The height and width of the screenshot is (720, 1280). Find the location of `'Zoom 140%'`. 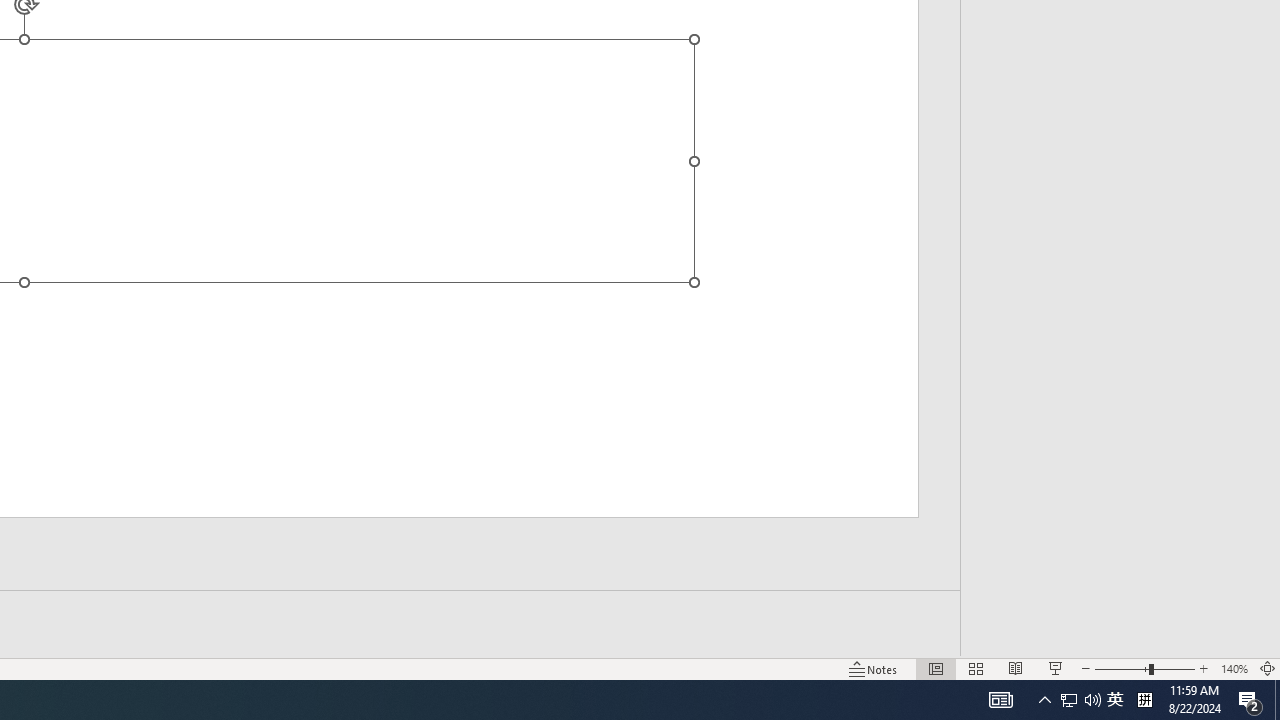

'Zoom 140%' is located at coordinates (1233, 669).